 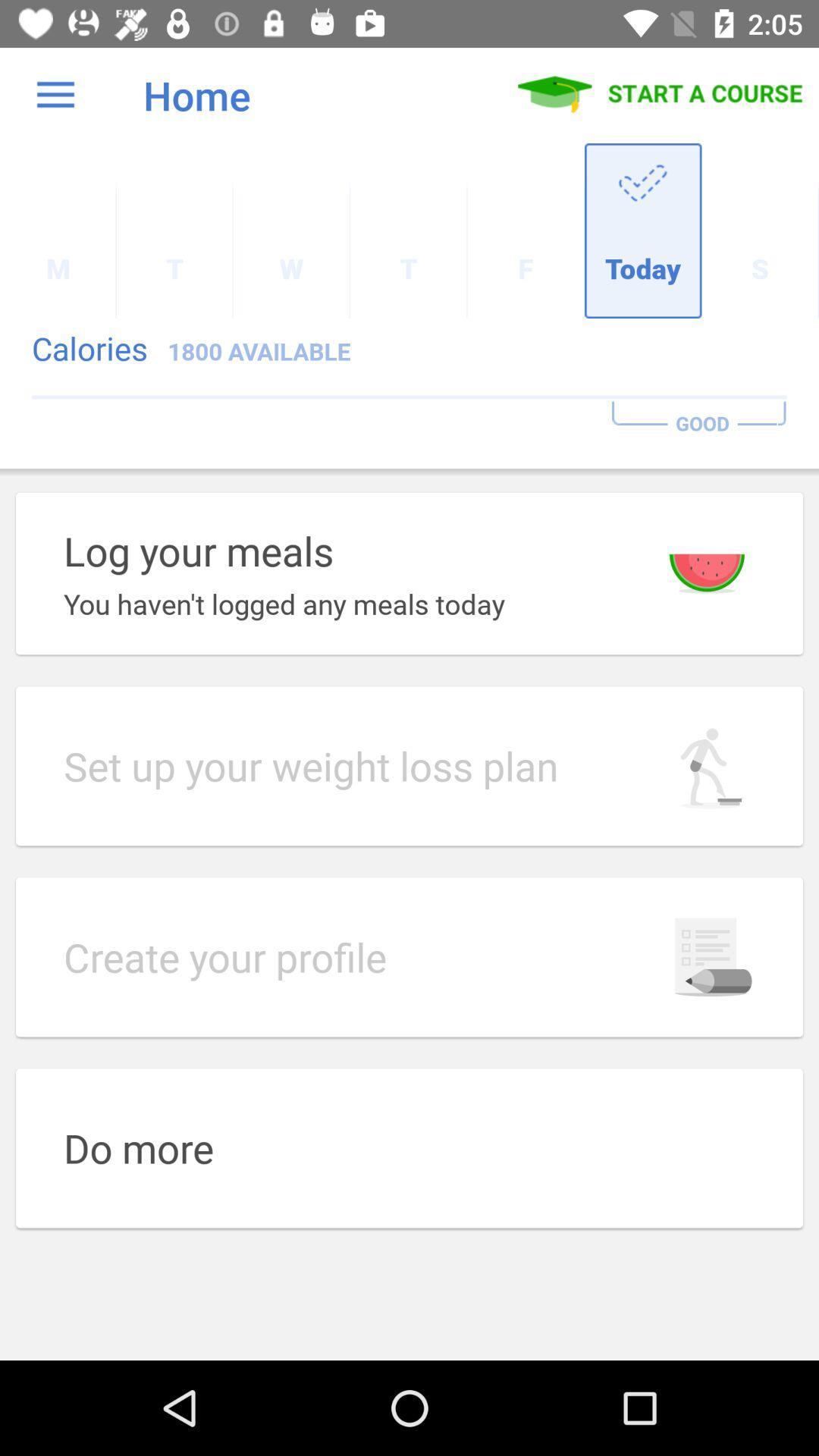 What do you see at coordinates (660, 94) in the screenshot?
I see `start a course` at bounding box center [660, 94].